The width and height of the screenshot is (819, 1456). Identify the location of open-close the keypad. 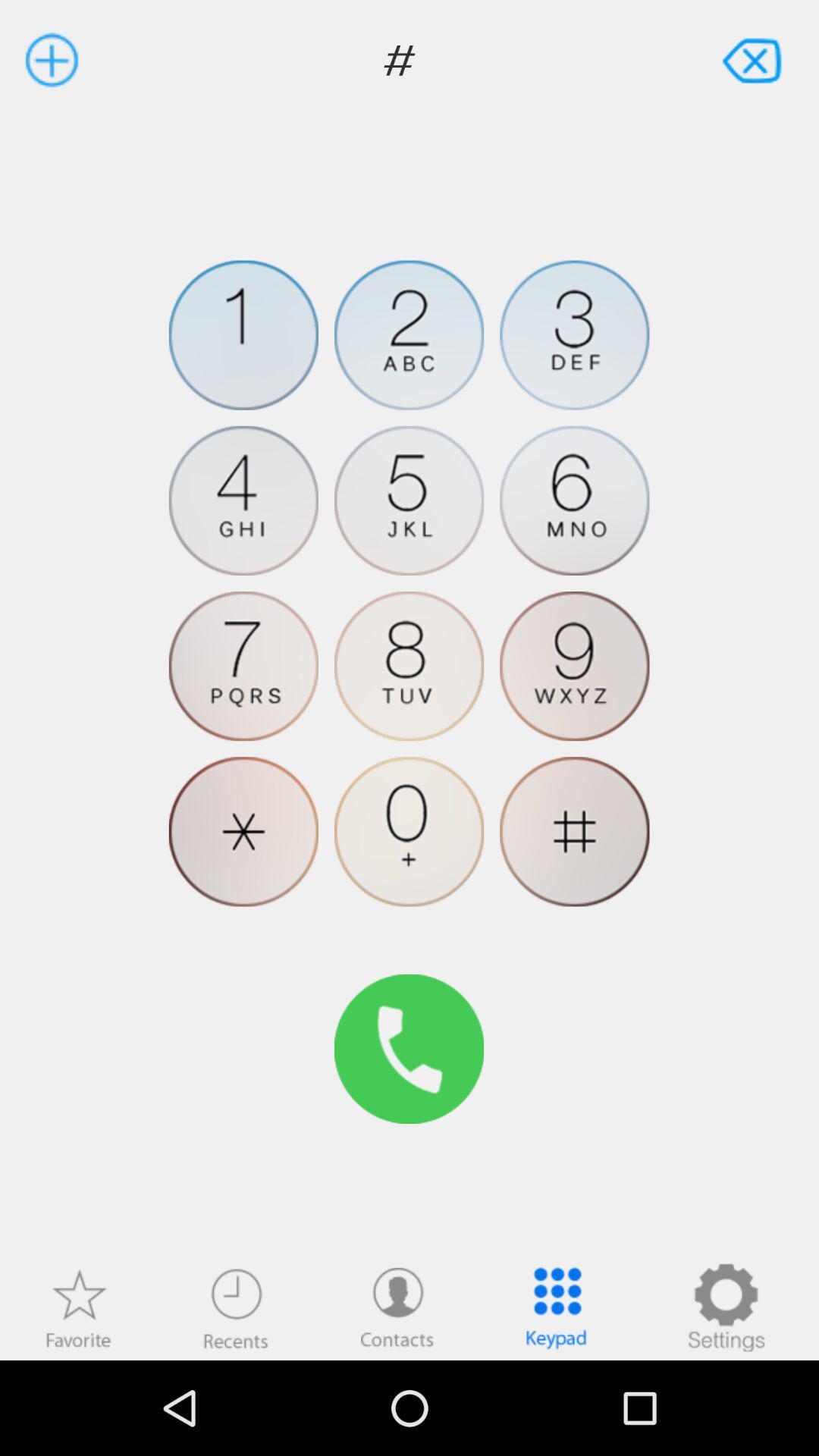
(556, 1307).